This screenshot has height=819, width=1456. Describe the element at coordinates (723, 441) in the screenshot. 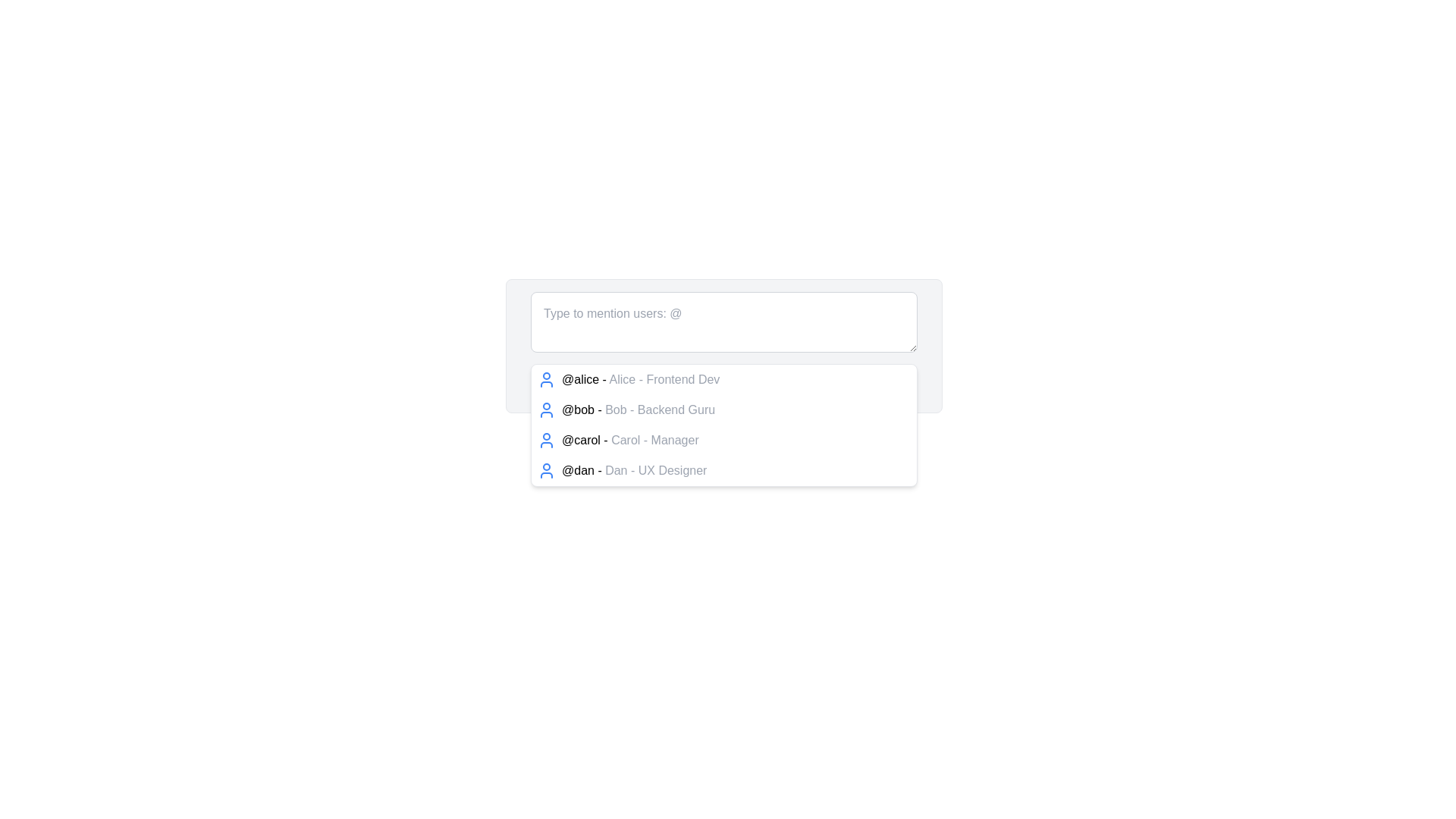

I see `the third selectable user option in the mention dropdown menu` at that location.